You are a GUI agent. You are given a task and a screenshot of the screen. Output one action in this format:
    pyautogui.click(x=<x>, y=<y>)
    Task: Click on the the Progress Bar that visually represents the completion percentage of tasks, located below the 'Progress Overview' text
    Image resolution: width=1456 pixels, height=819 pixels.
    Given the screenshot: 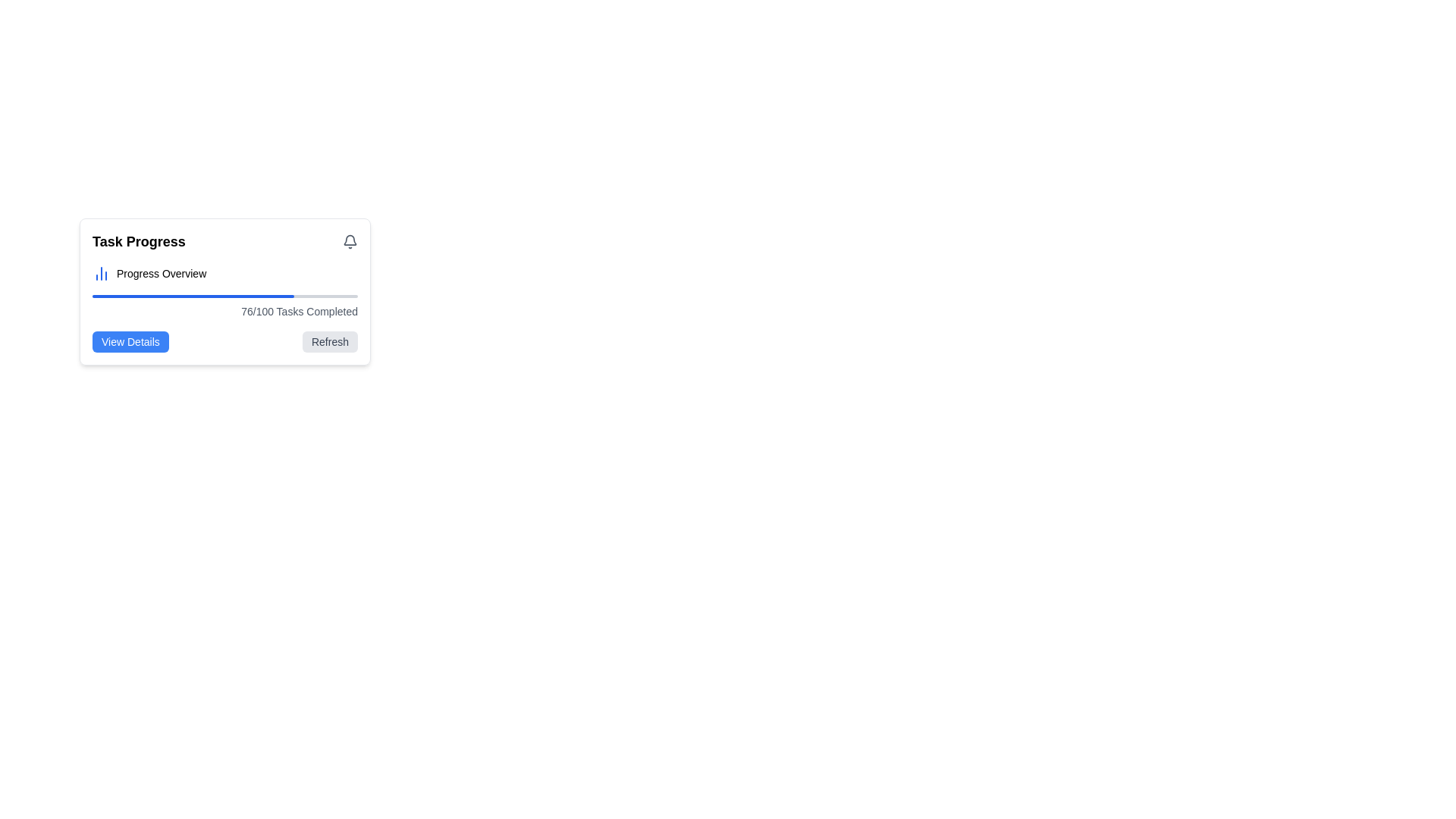 What is the action you would take?
    pyautogui.click(x=224, y=296)
    